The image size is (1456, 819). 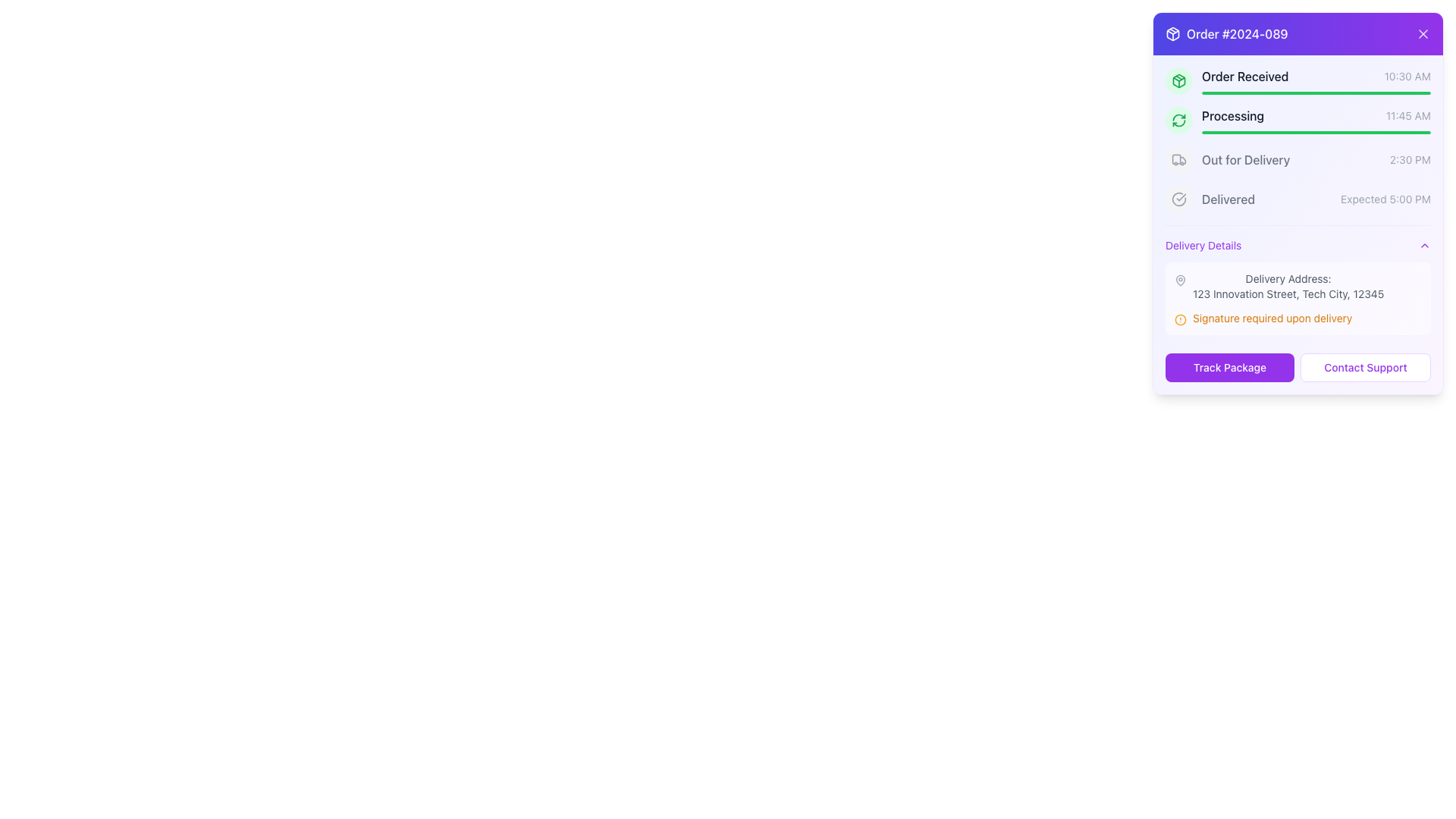 I want to click on the static text label displaying the recipient's delivery address information, which is the second line of text in the 'Delivery Details' section on the right-hand panel, so click(x=1288, y=294).